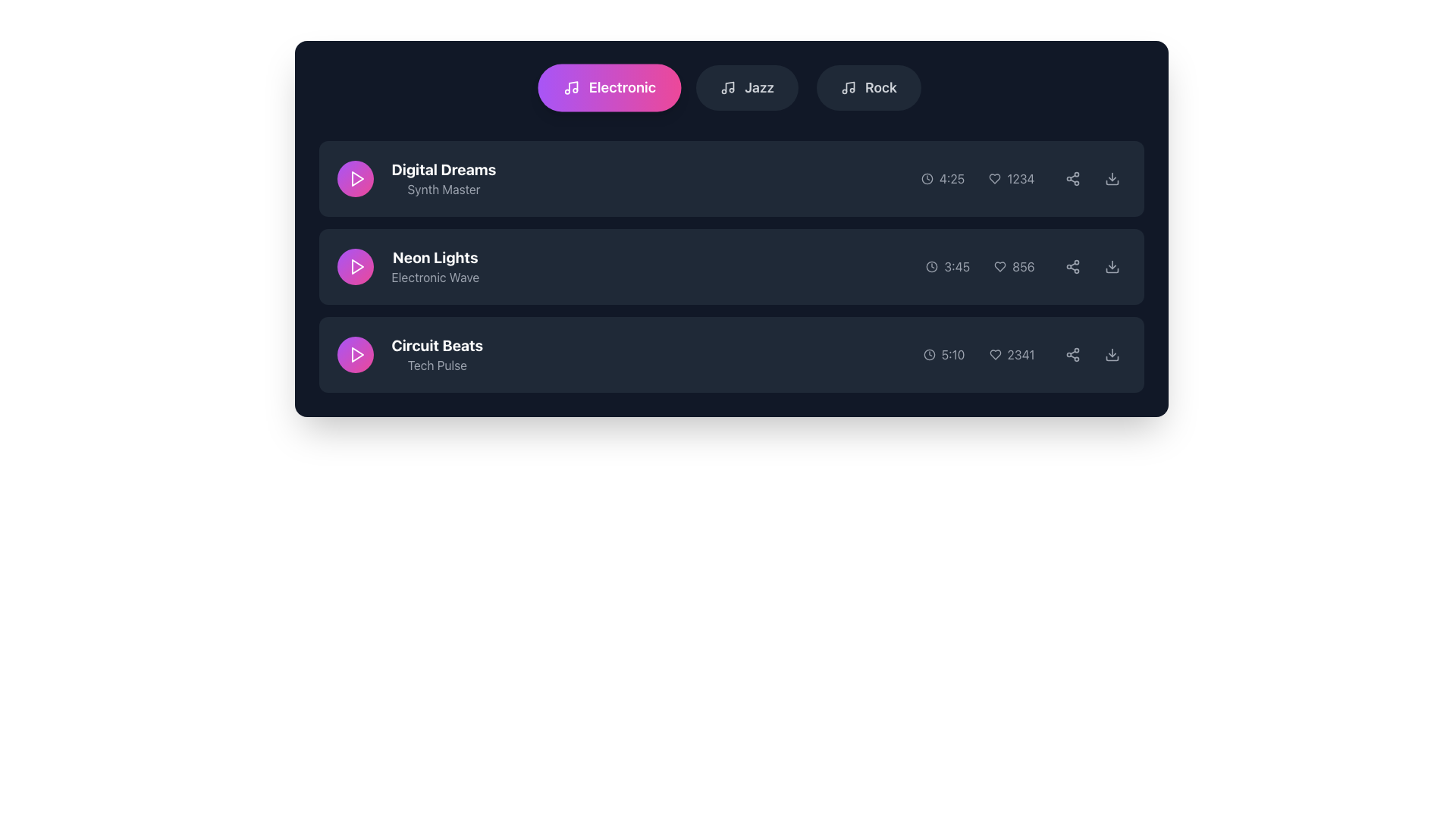 This screenshot has height=819, width=1456. I want to click on the 'Electronic' button with a gradient background and a musical note icon, so click(610, 87).